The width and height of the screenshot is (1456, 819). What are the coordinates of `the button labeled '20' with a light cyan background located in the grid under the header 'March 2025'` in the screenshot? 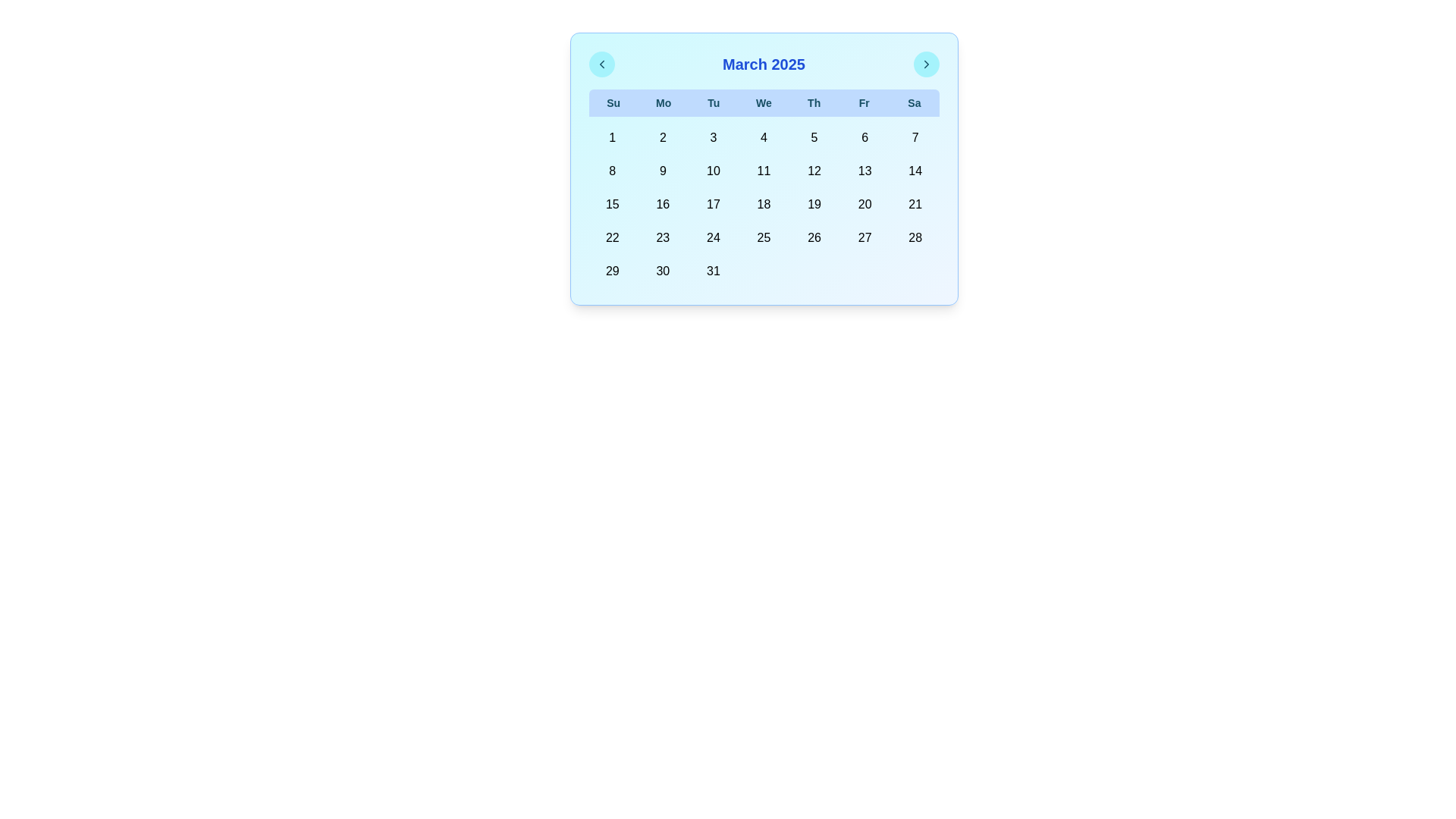 It's located at (864, 205).